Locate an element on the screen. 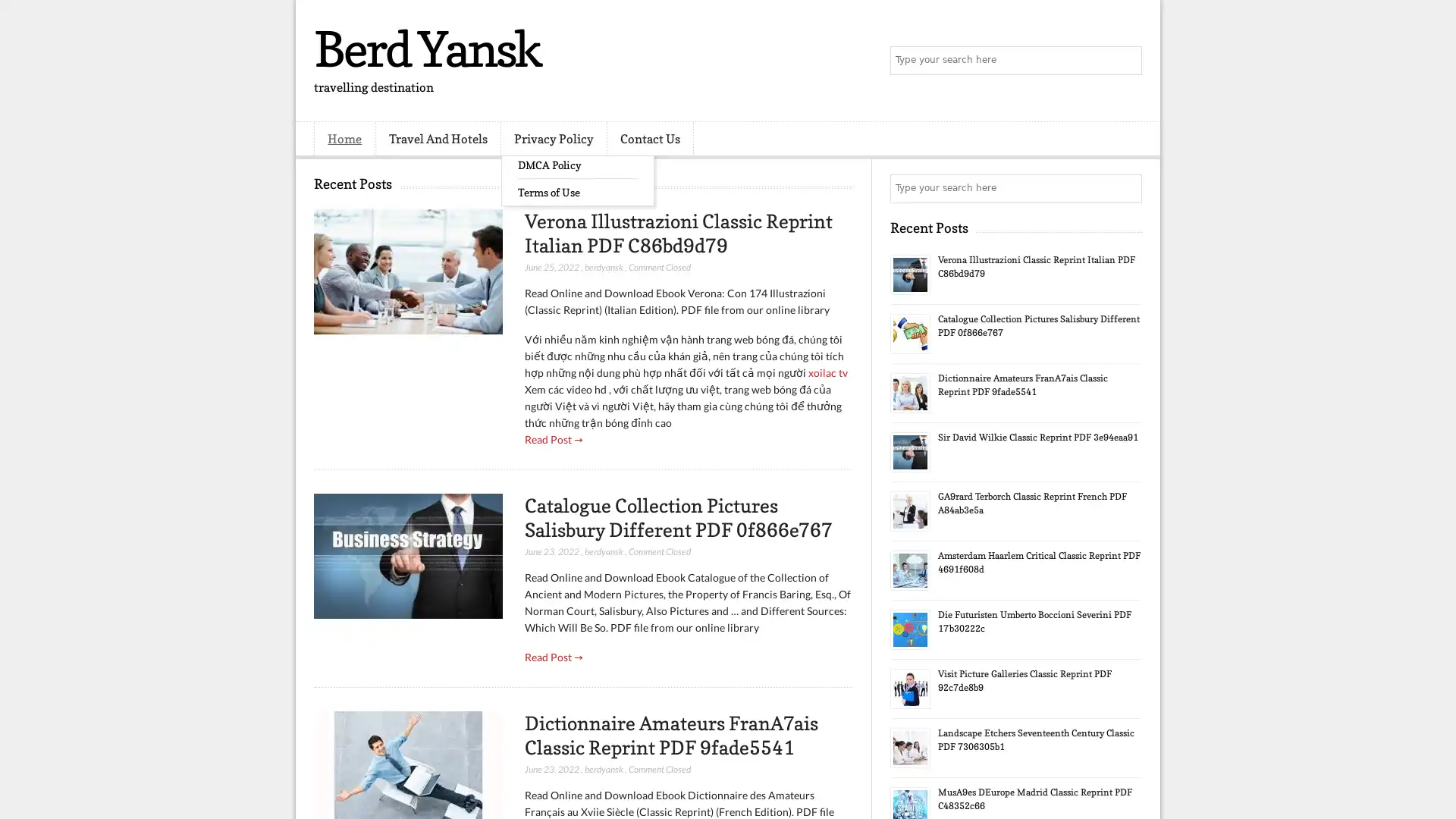 The image size is (1456, 819). Search is located at coordinates (1126, 188).